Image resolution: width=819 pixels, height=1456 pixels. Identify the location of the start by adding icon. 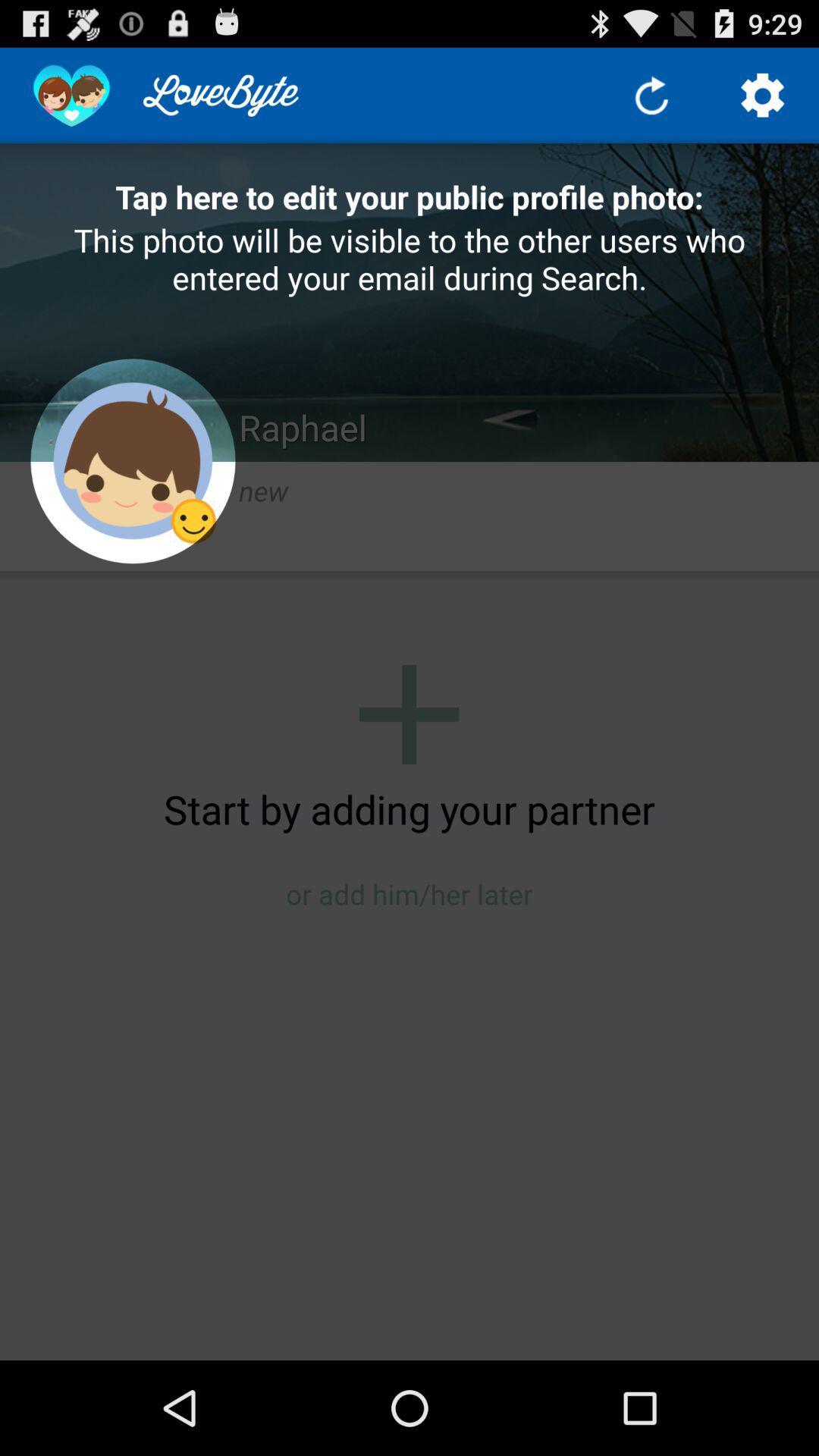
(409, 808).